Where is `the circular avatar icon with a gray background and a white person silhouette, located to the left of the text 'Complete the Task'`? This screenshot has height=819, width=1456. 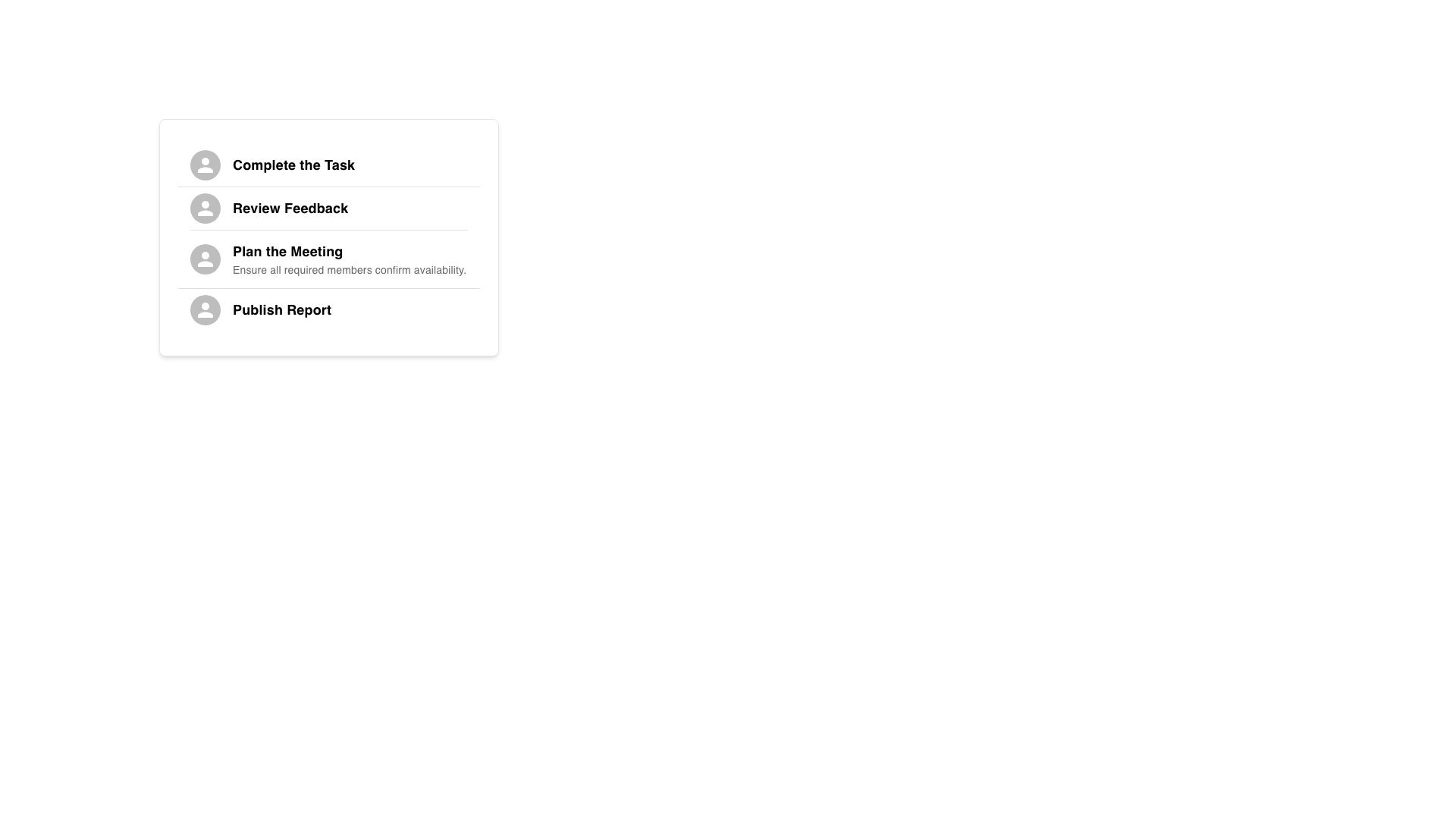
the circular avatar icon with a gray background and a white person silhouette, located to the left of the text 'Complete the Task' is located at coordinates (204, 165).